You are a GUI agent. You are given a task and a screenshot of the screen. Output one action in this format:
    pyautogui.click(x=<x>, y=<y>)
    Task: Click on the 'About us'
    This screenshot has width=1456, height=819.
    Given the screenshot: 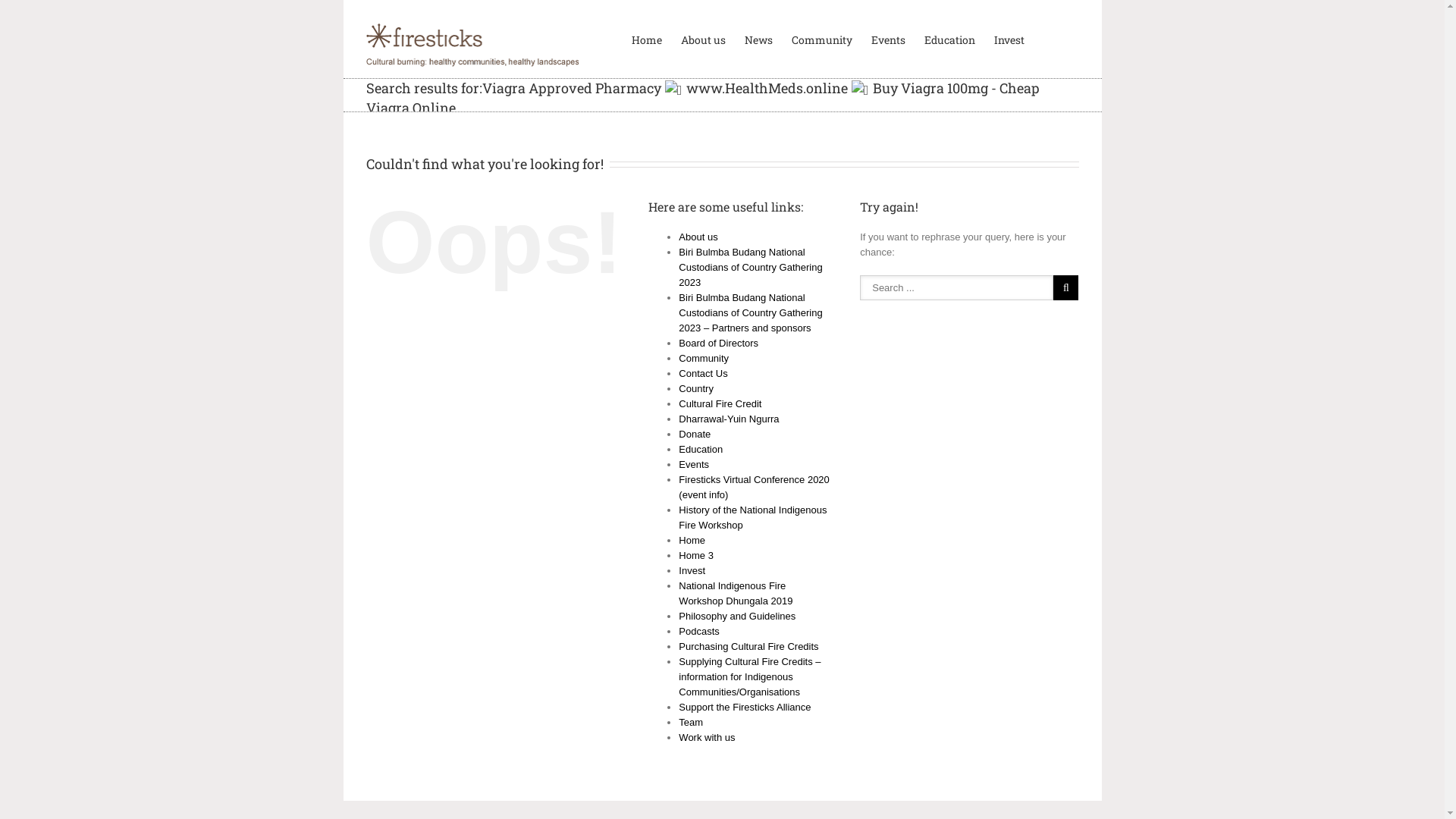 What is the action you would take?
    pyautogui.click(x=697, y=237)
    